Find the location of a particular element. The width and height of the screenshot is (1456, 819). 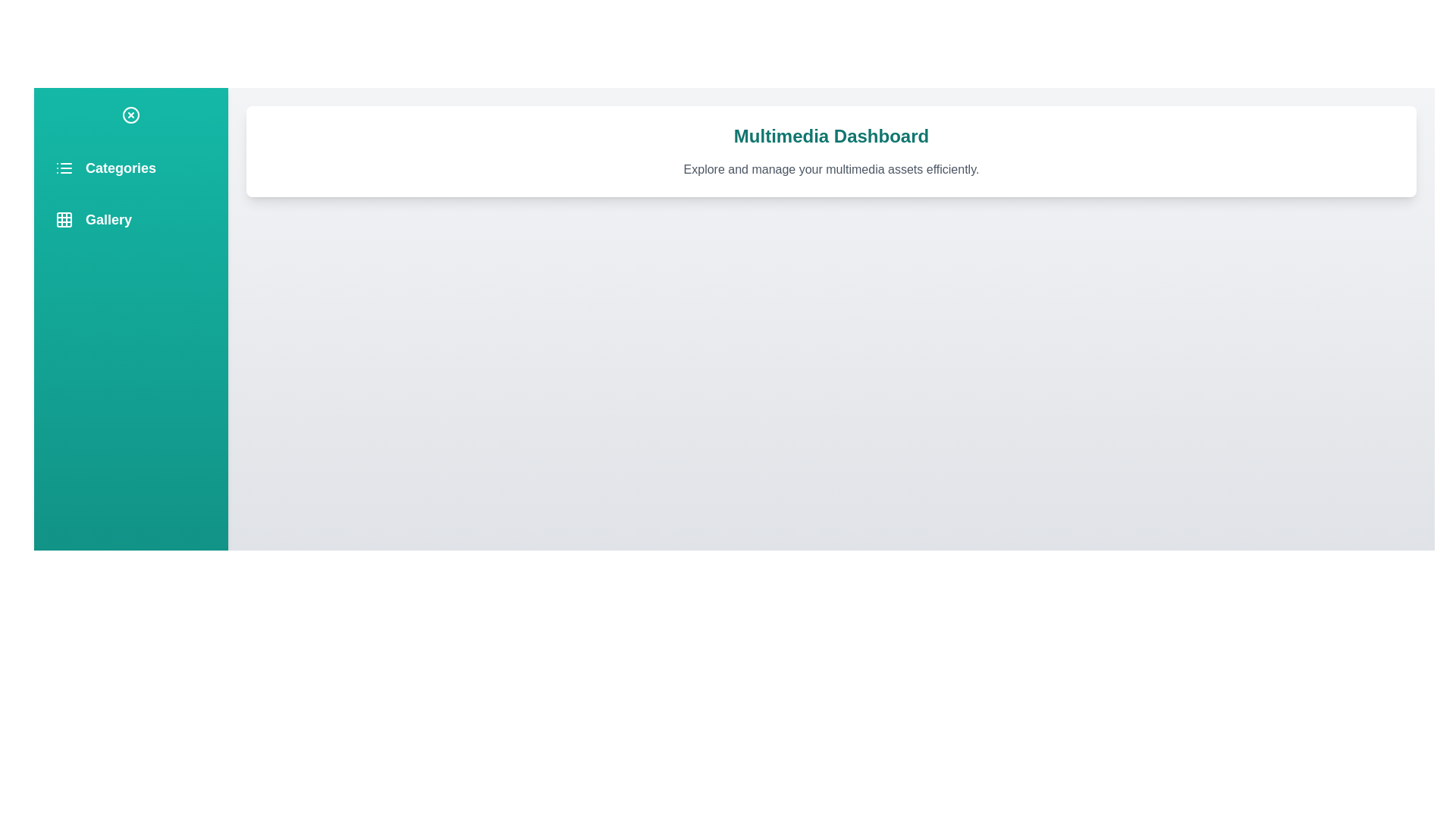

the text area containing 'Explore and manage your multimedia assets efficiently.' is located at coordinates (830, 169).